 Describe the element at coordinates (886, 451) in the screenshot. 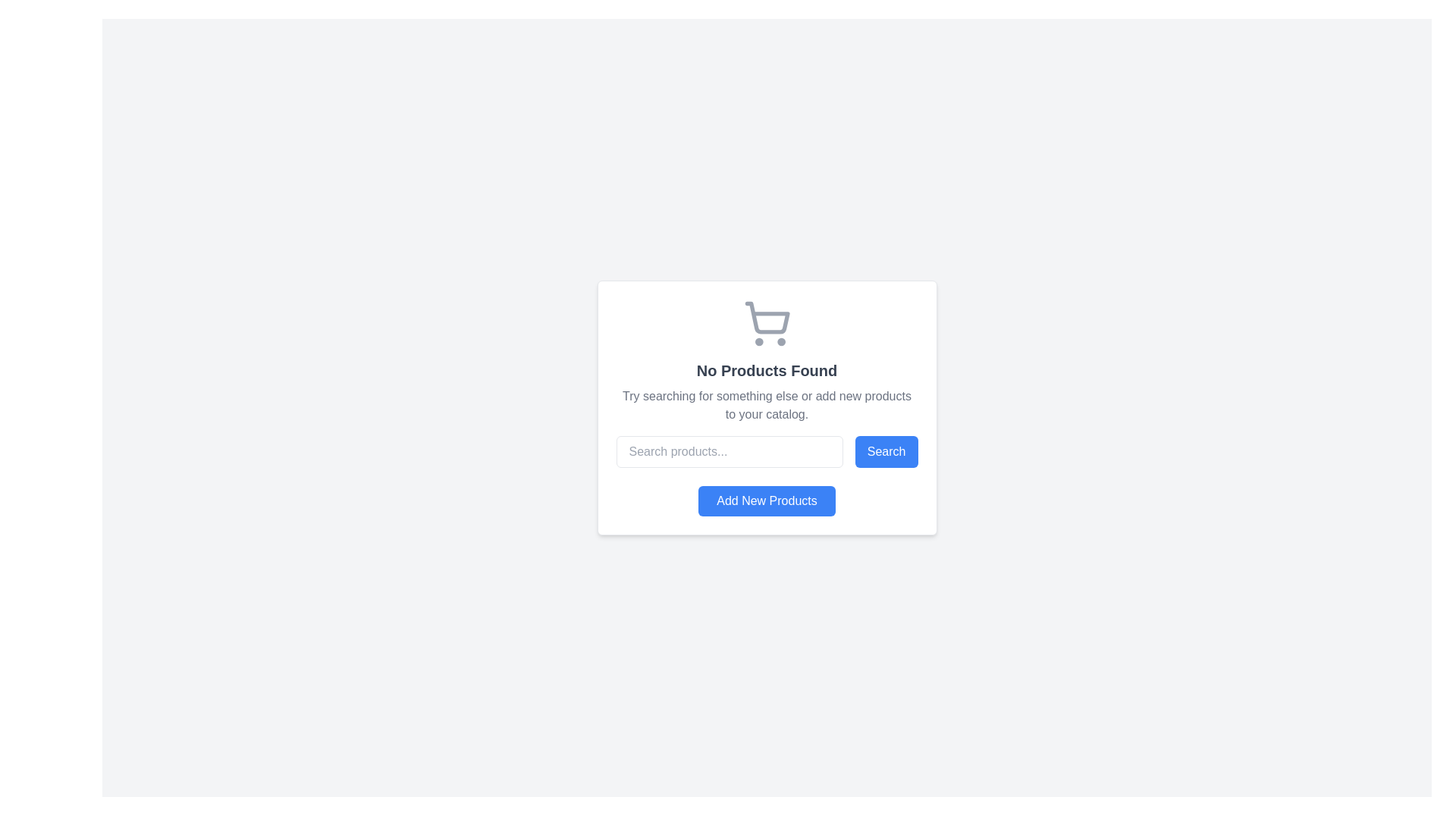

I see `the blue rectangular button labeled 'Search'` at that location.